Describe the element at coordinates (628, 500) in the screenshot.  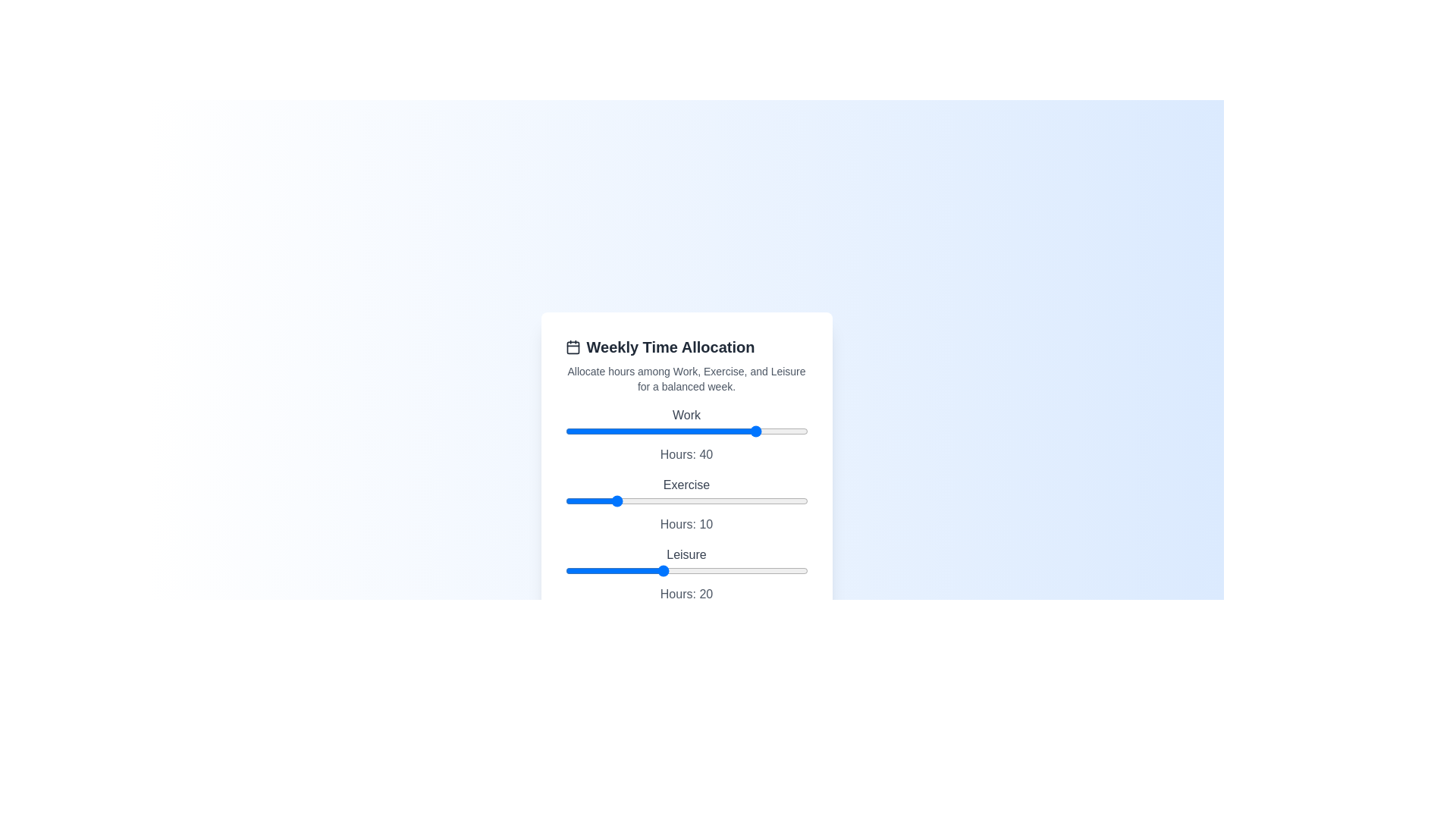
I see `the 'Exercise' slider to 13 hours` at that location.